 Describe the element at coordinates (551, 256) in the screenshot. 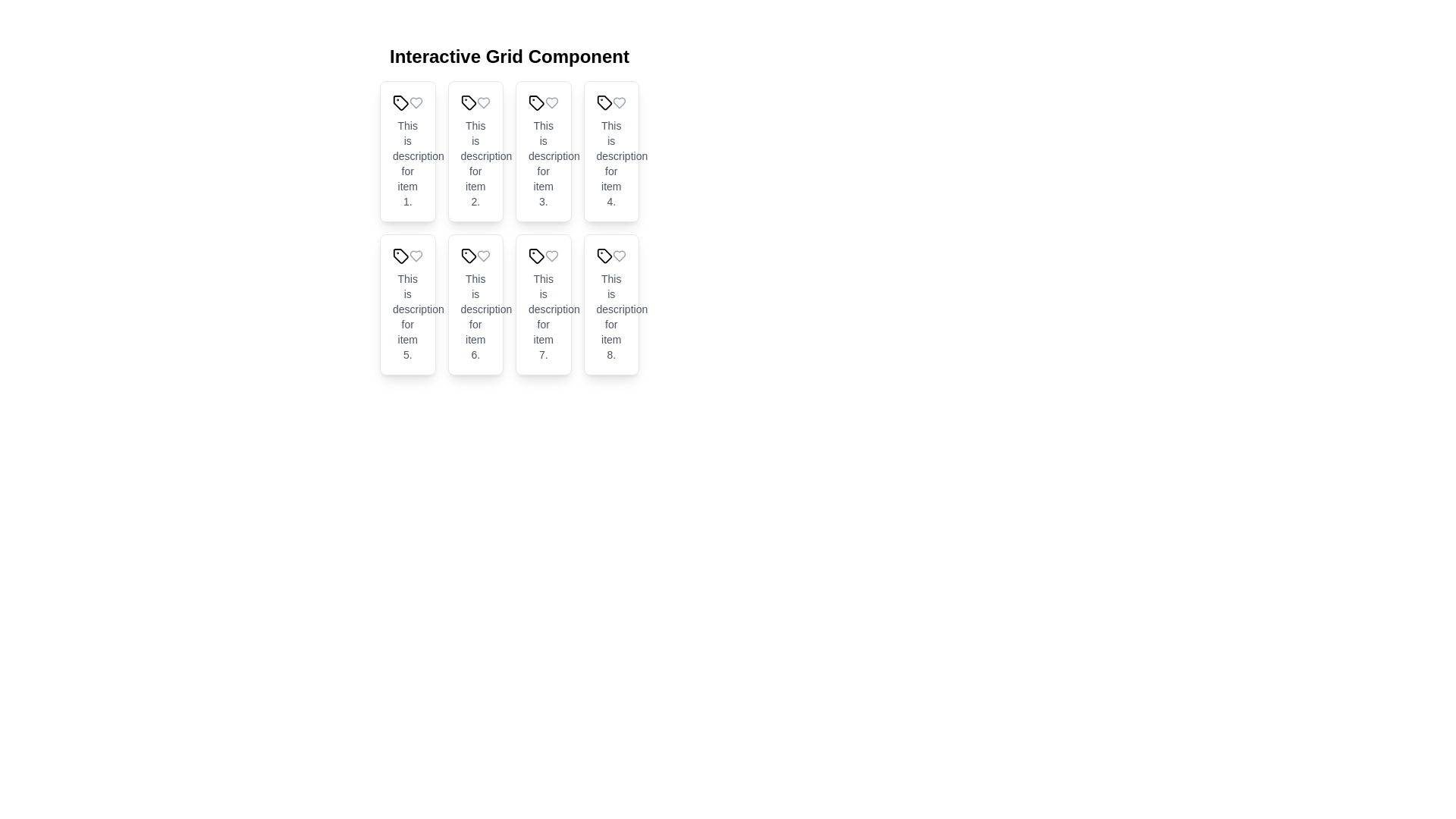

I see `the favorite or like icon located in the top-right region of the card titled 'Tile 7'` at that location.